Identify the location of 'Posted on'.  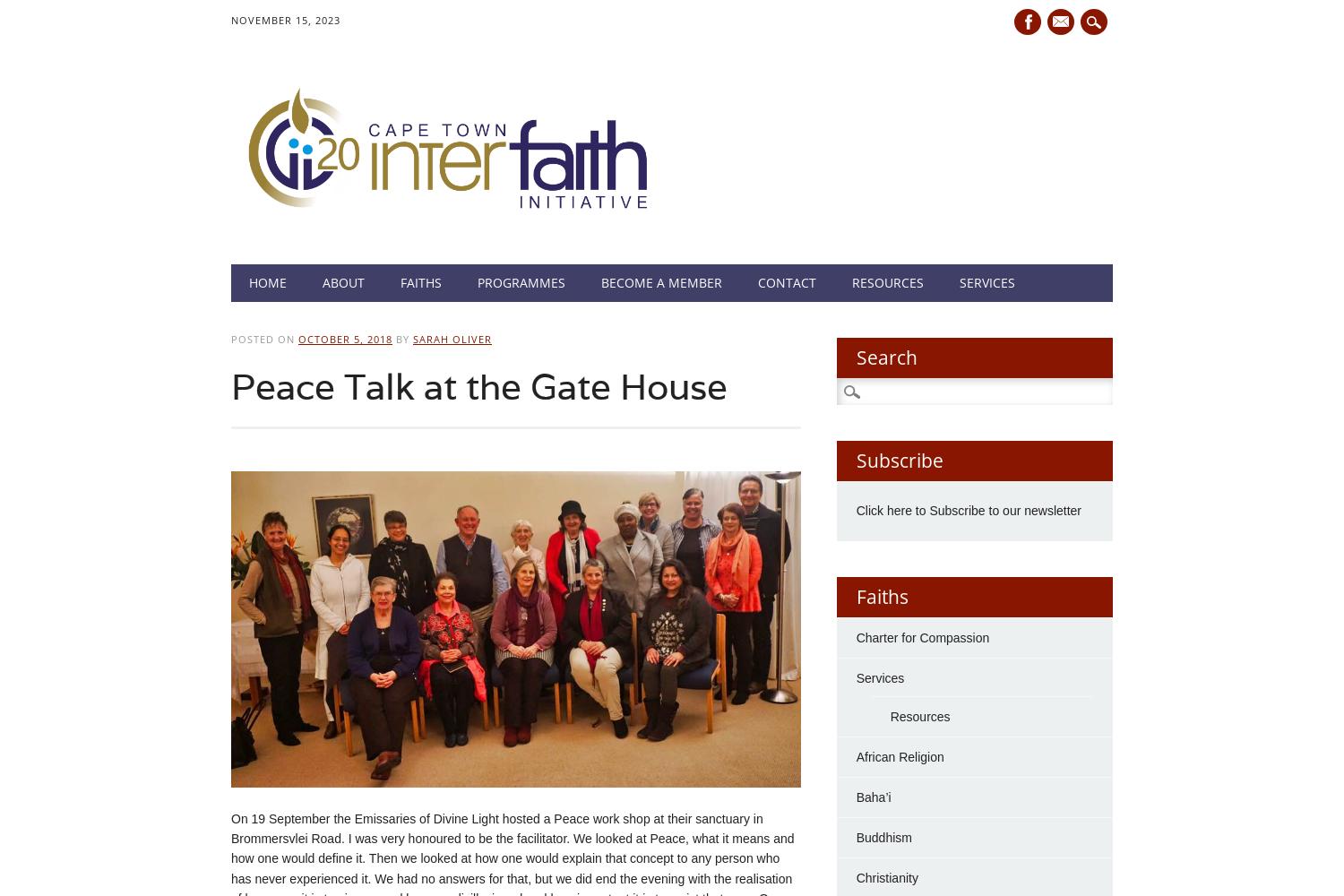
(264, 339).